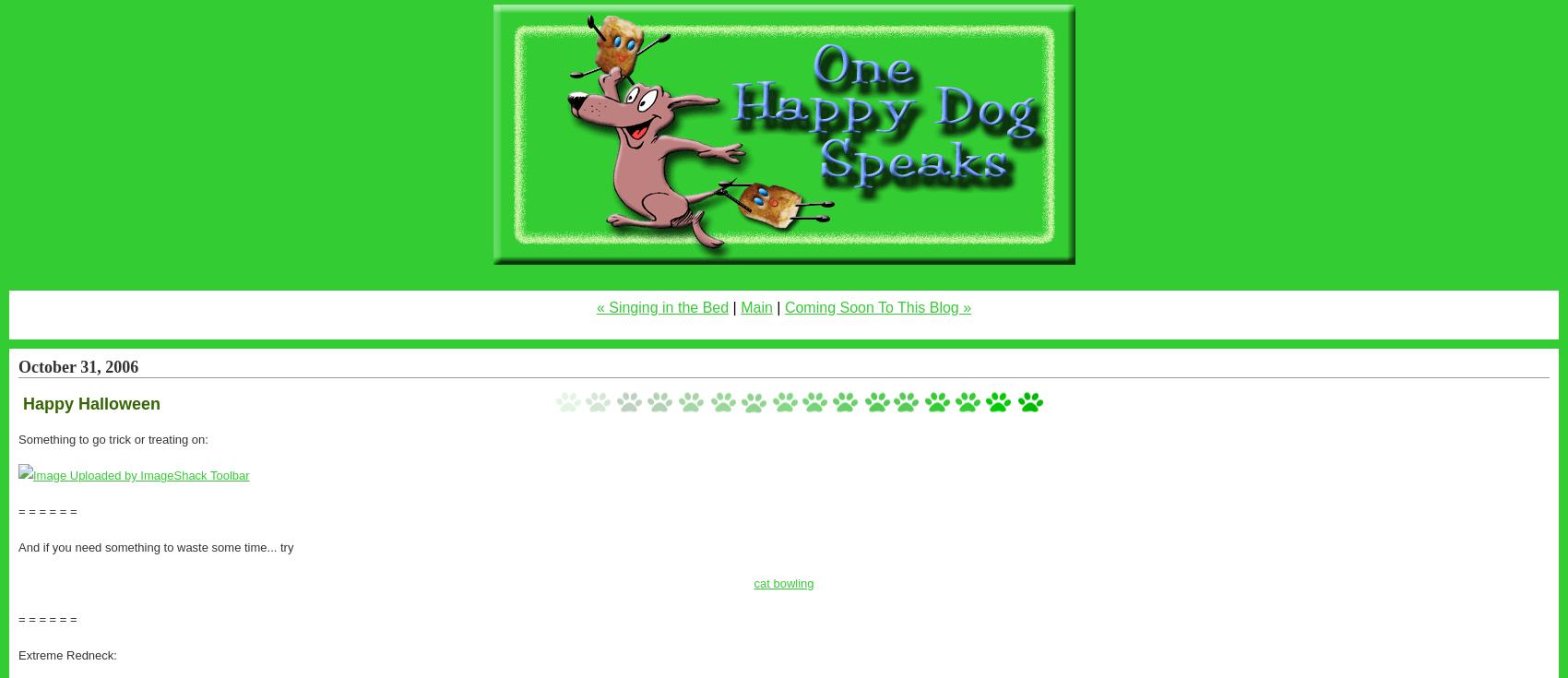 This screenshot has width=1568, height=678. I want to click on 'And if you need something to waste some time... try', so click(154, 547).